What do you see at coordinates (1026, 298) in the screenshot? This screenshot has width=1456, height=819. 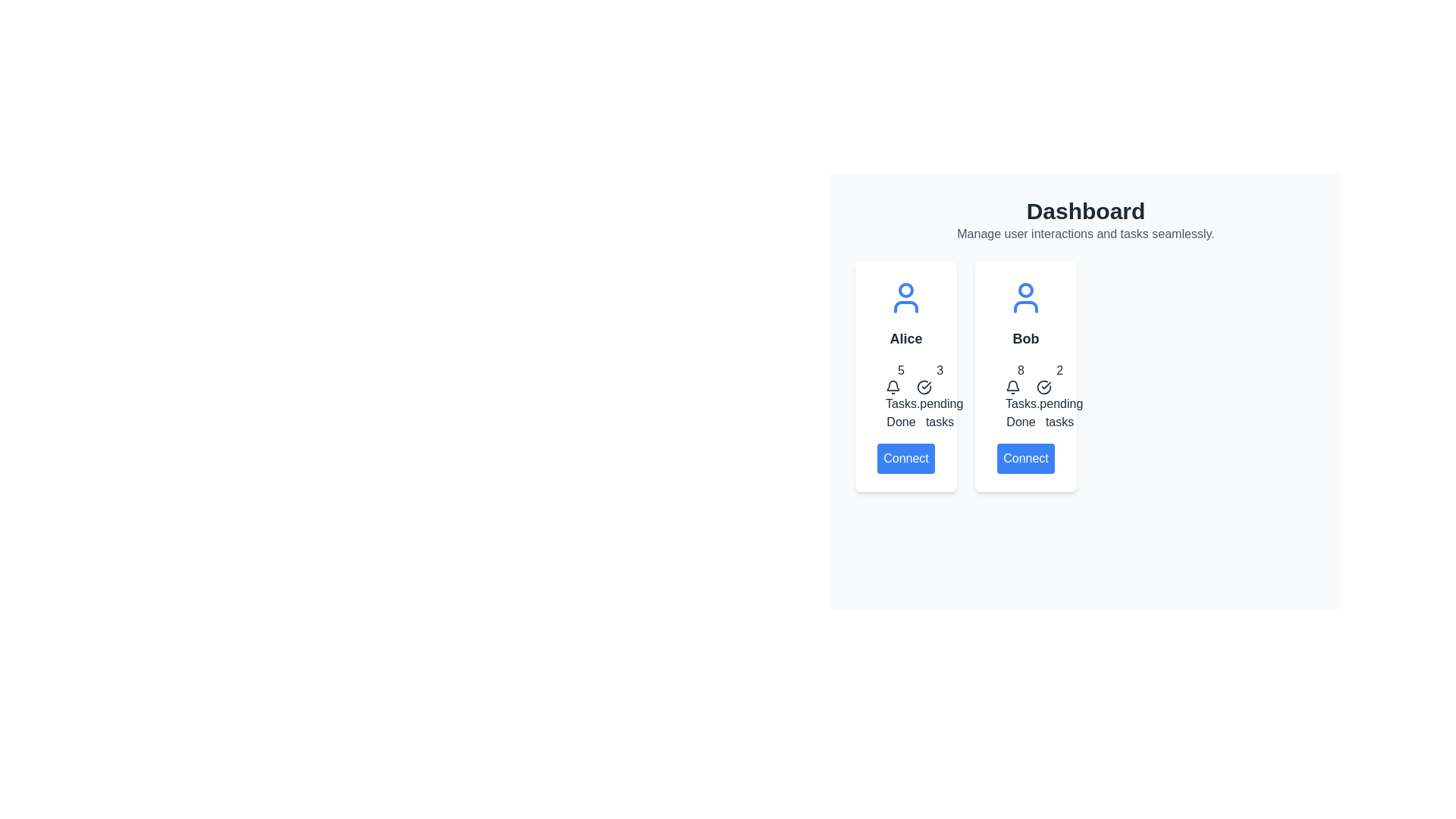 I see `the user avatar icon representing 'Bob' at the top-center of the card` at bounding box center [1026, 298].